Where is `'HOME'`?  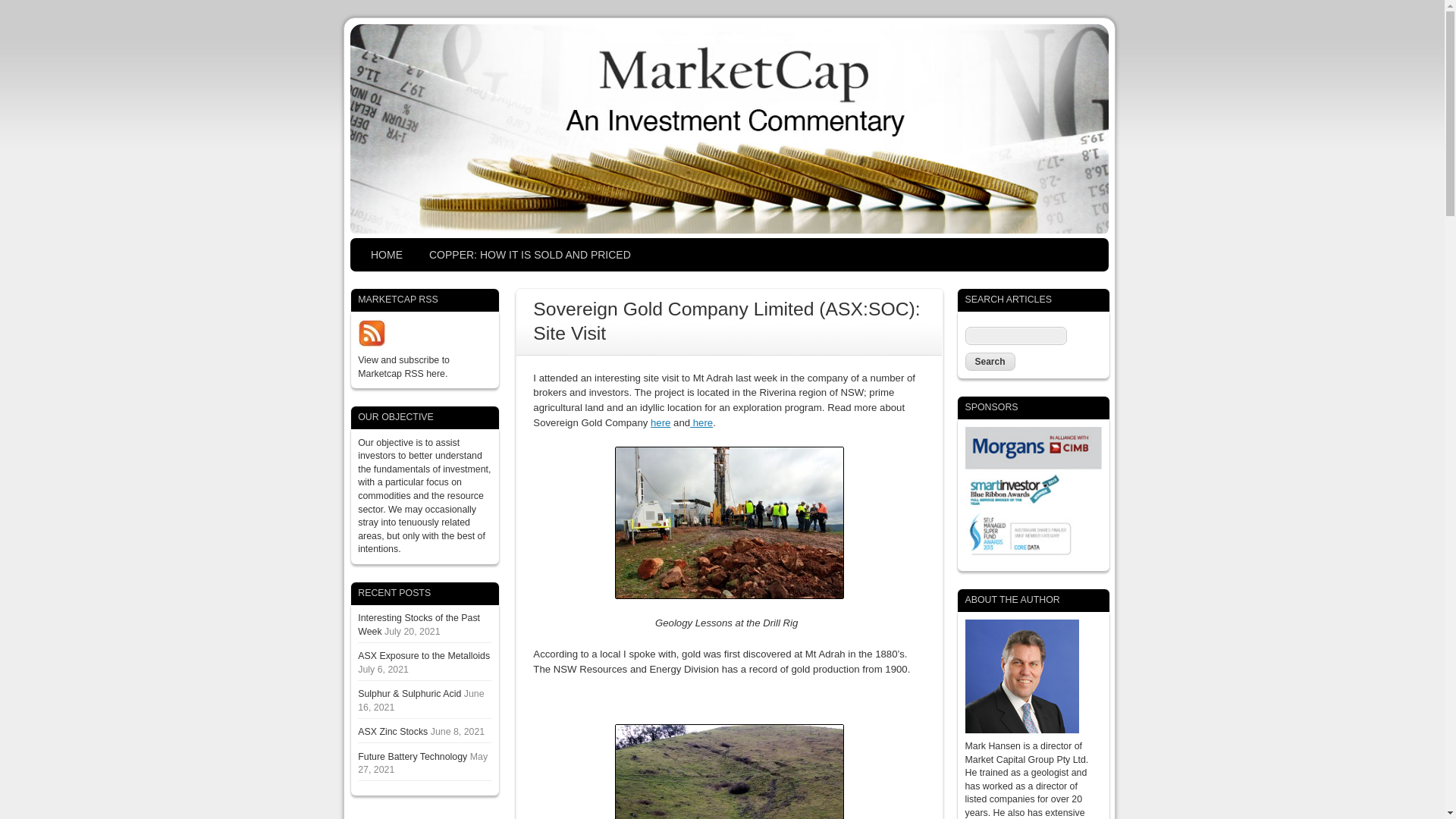 'HOME' is located at coordinates (356, 254).